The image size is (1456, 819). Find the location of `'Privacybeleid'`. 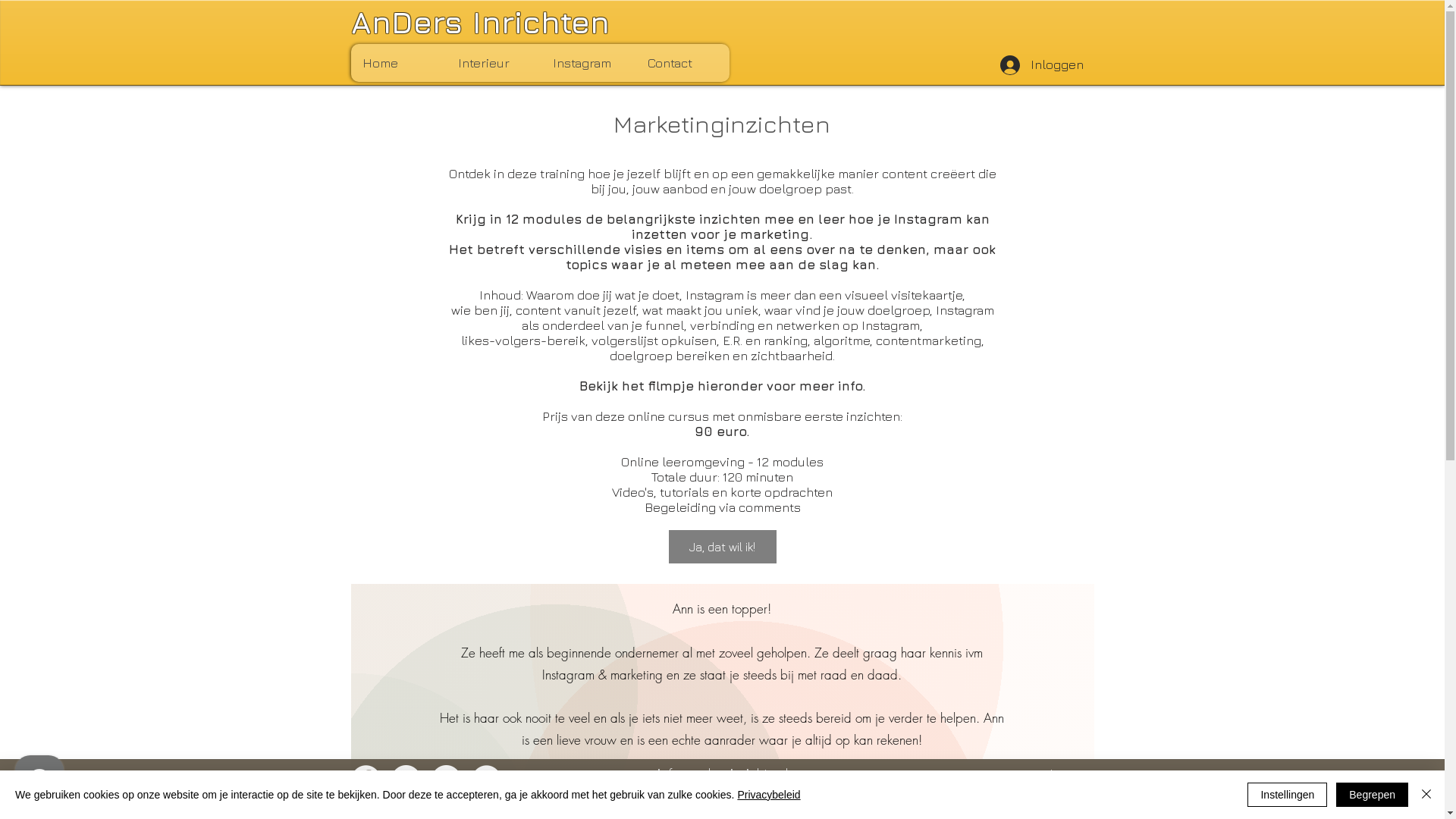

'Privacybeleid' is located at coordinates (768, 794).